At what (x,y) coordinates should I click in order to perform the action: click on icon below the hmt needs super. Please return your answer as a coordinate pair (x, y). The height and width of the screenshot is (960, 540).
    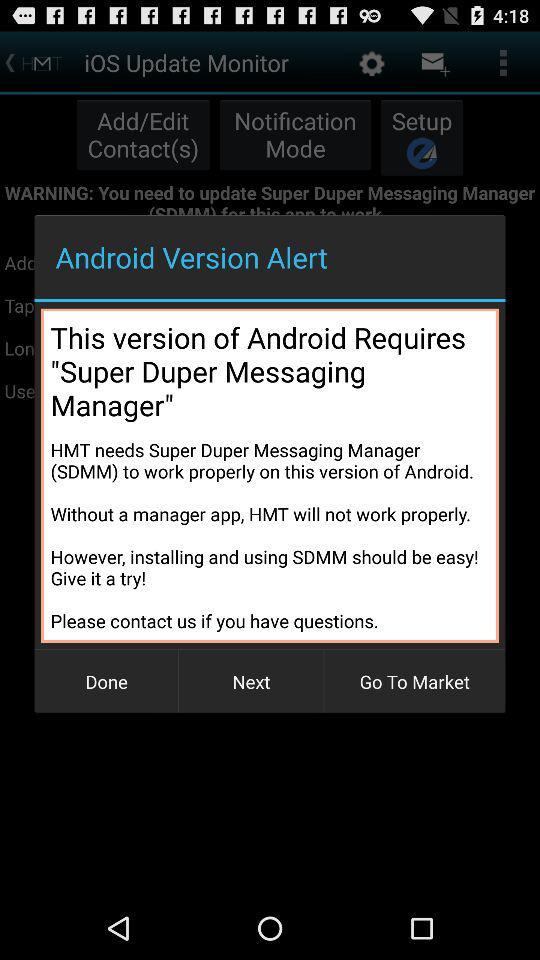
    Looking at the image, I should click on (413, 681).